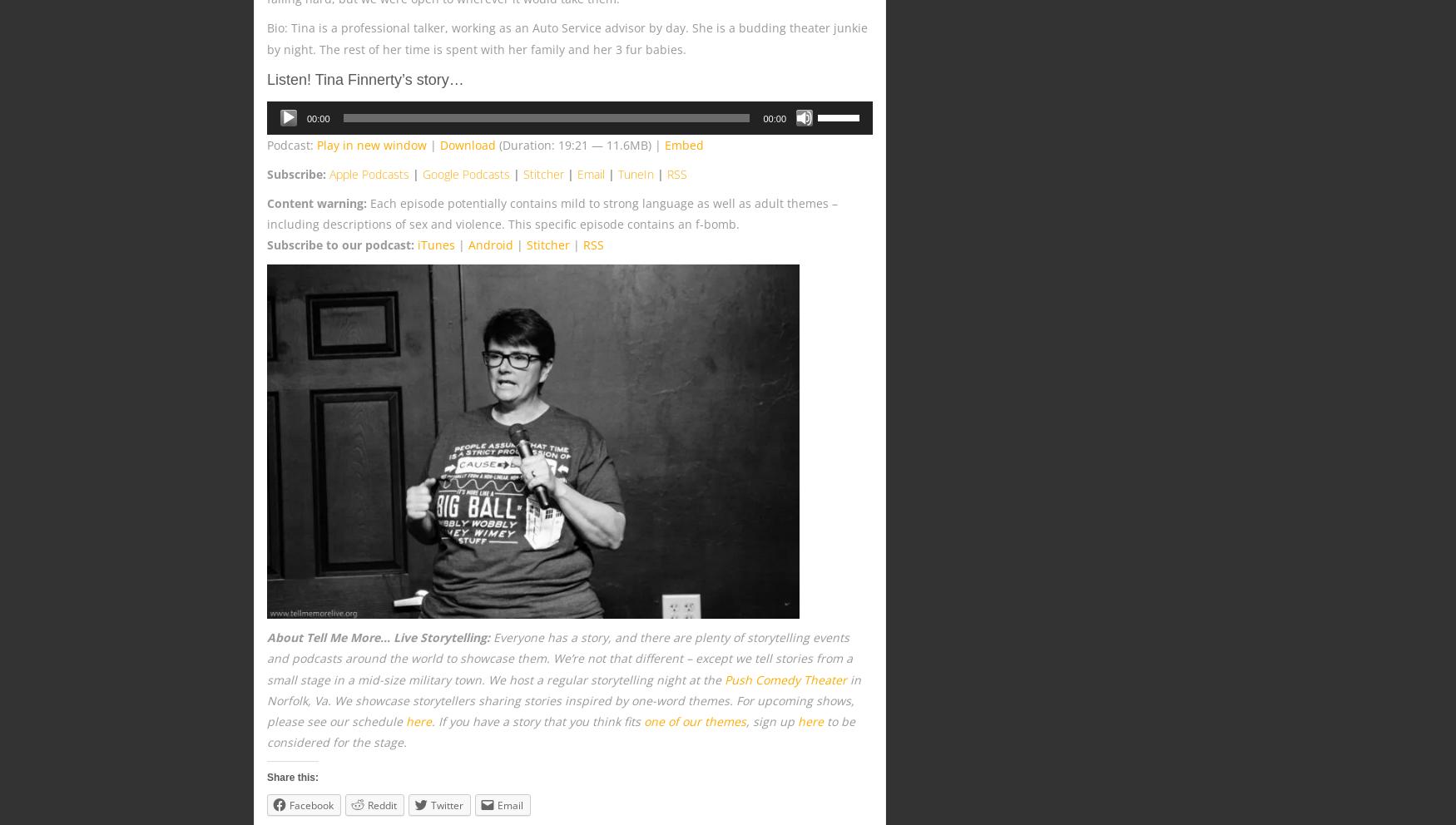  I want to click on 'Content warning:', so click(315, 202).